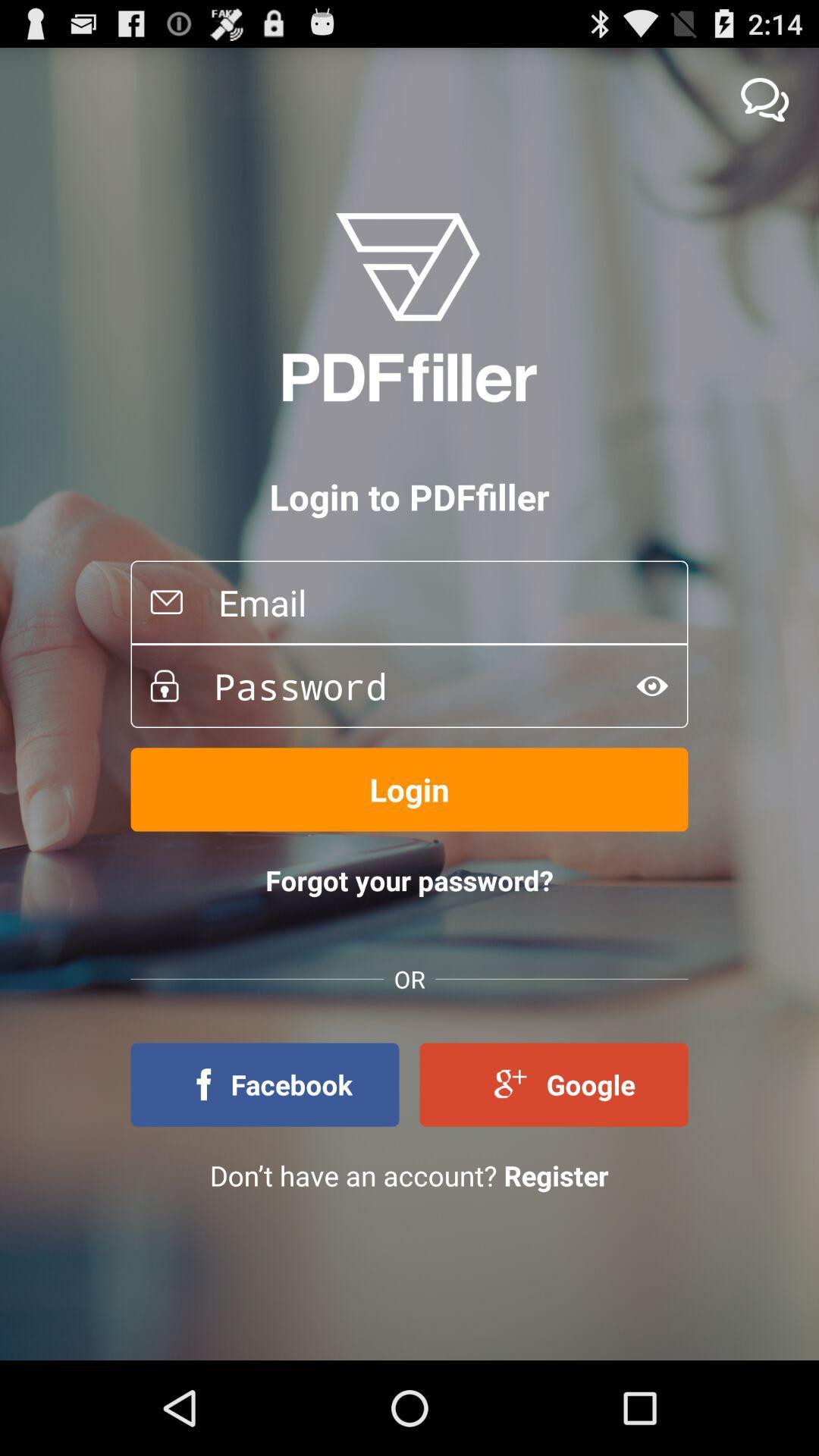 This screenshot has width=819, height=1456. Describe the element at coordinates (397, 685) in the screenshot. I see `password textbox` at that location.